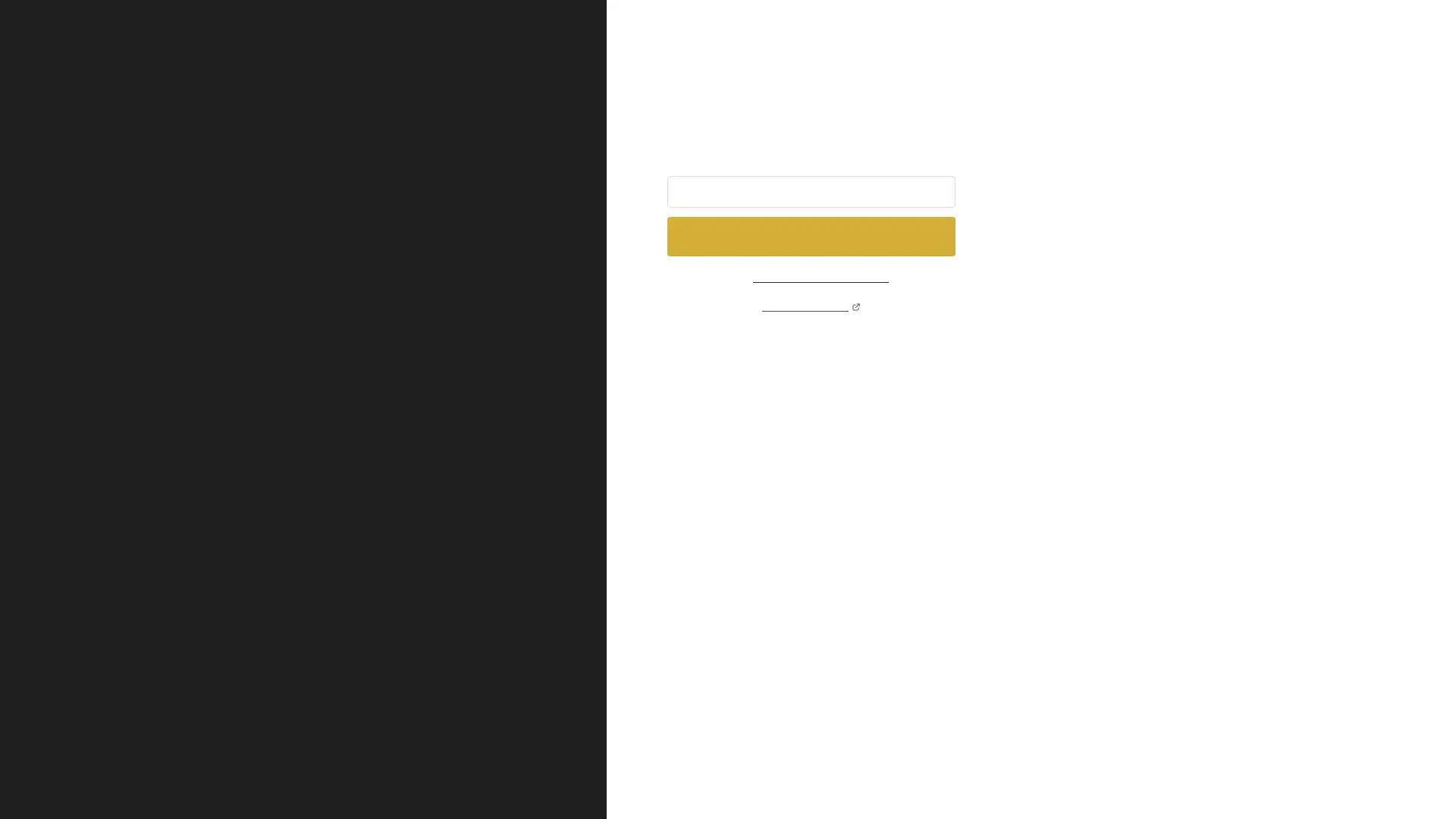 Image resolution: width=1456 pixels, height=819 pixels. Describe the element at coordinates (818, 278) in the screenshot. I see `sign in using password` at that location.